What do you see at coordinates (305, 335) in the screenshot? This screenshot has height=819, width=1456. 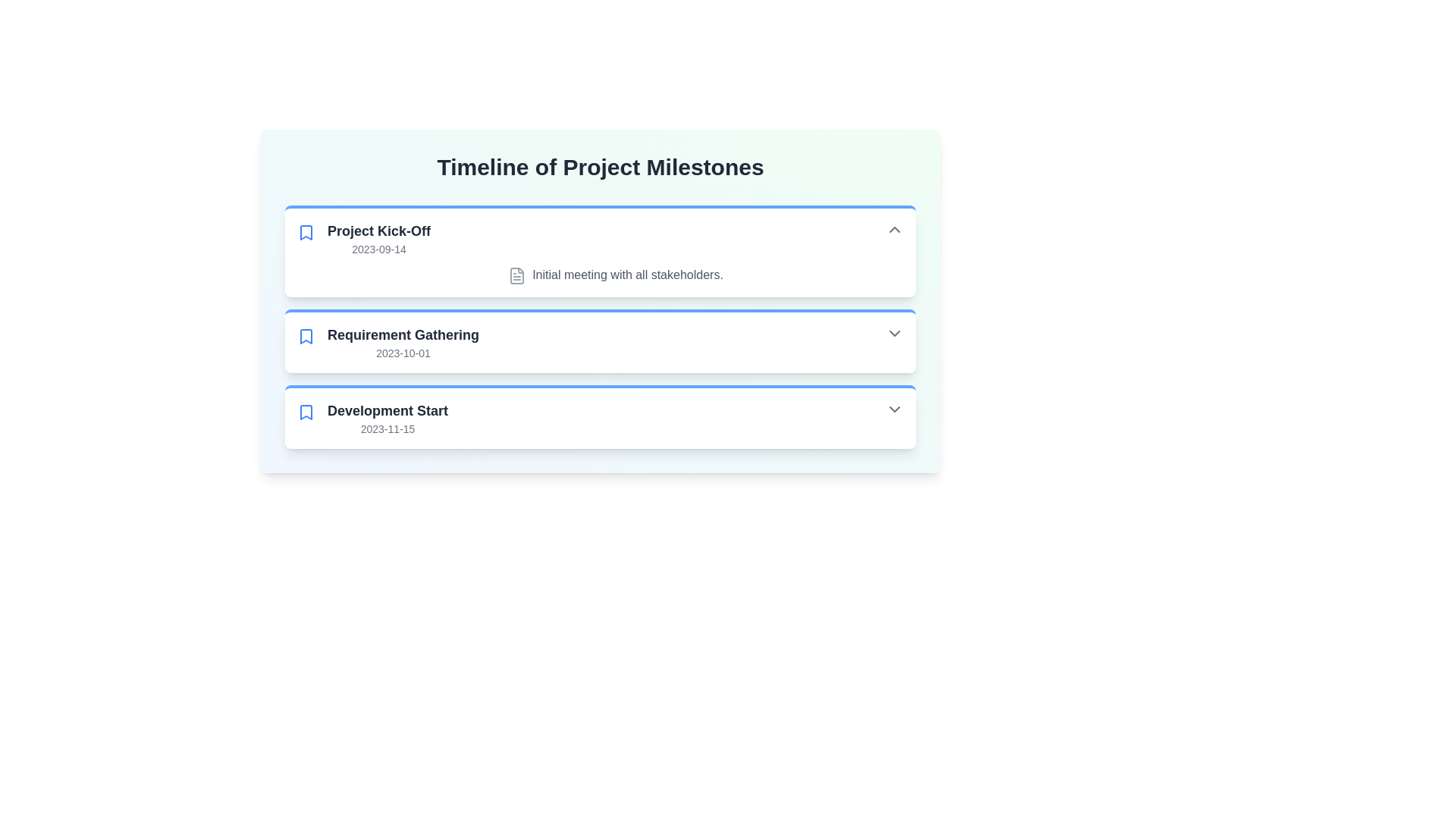 I see `blue bookmark icon located to the left of the 'Requirement Gathering' text and its date '2023-10-01' in the 'Timeline of Project Milestones' interface` at bounding box center [305, 335].